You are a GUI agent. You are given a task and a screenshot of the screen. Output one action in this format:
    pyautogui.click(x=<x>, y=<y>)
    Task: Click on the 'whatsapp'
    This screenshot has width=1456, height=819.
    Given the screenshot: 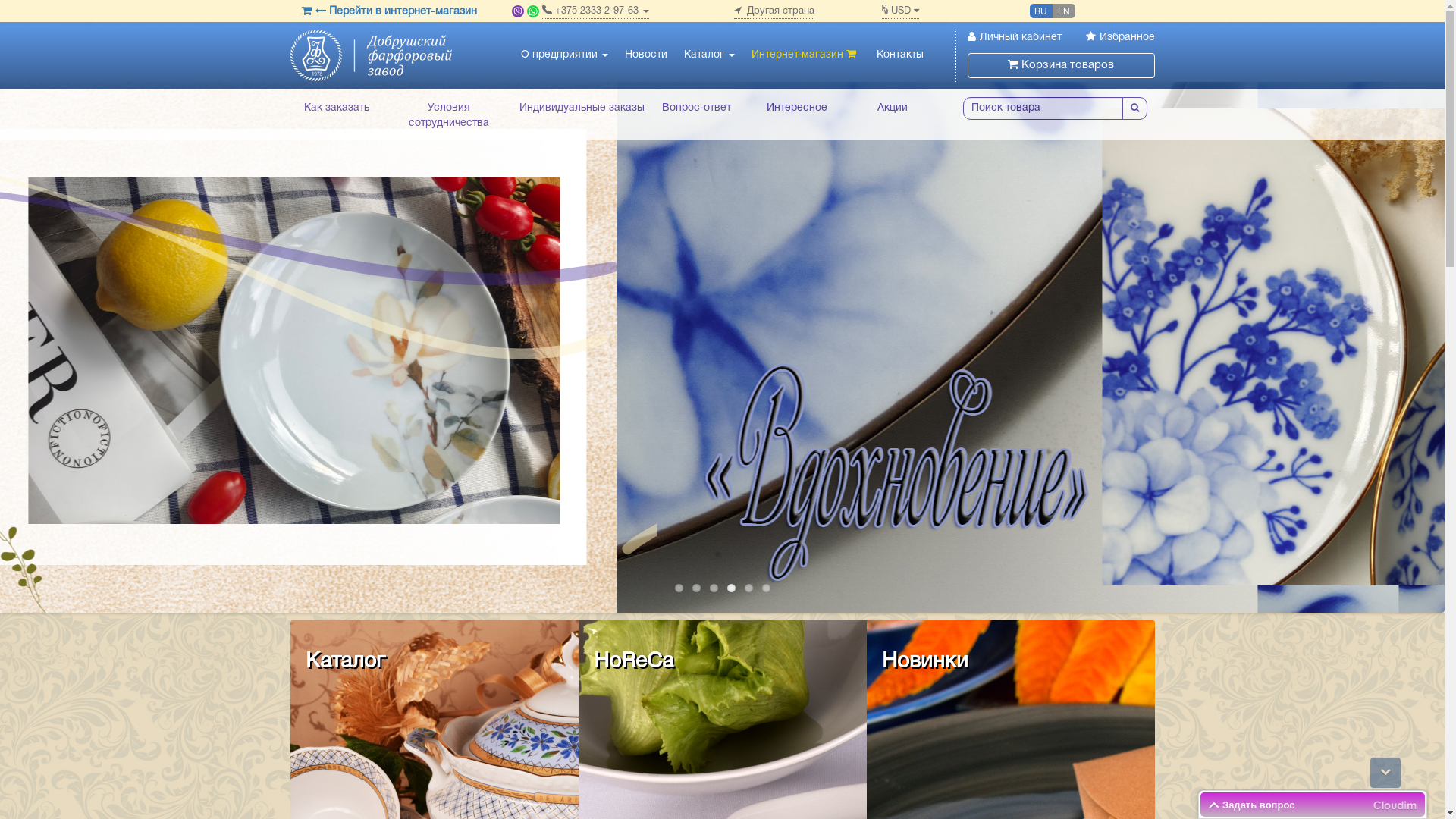 What is the action you would take?
    pyautogui.click(x=532, y=11)
    